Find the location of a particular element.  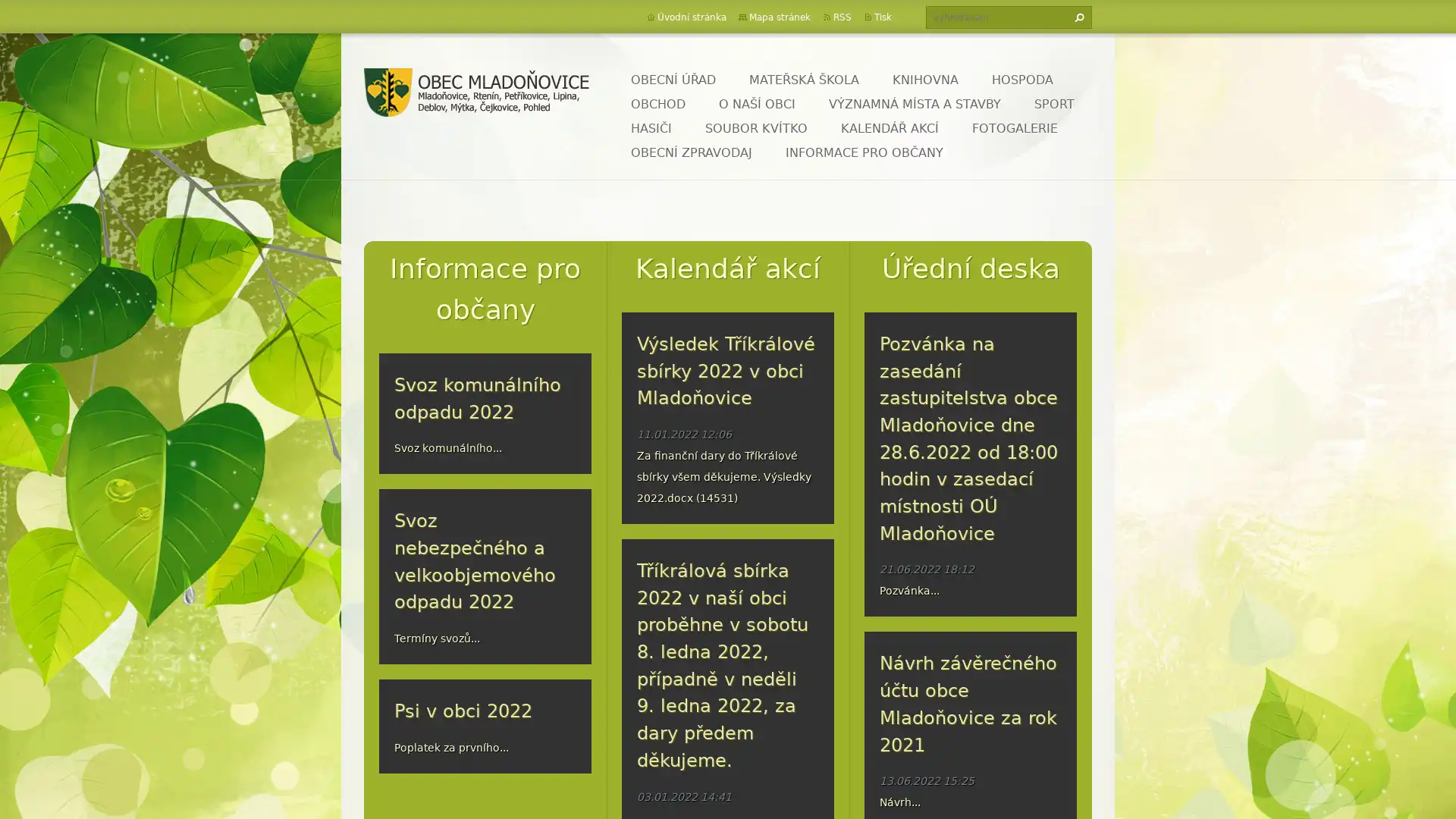

Hledat is located at coordinates (1076, 17).